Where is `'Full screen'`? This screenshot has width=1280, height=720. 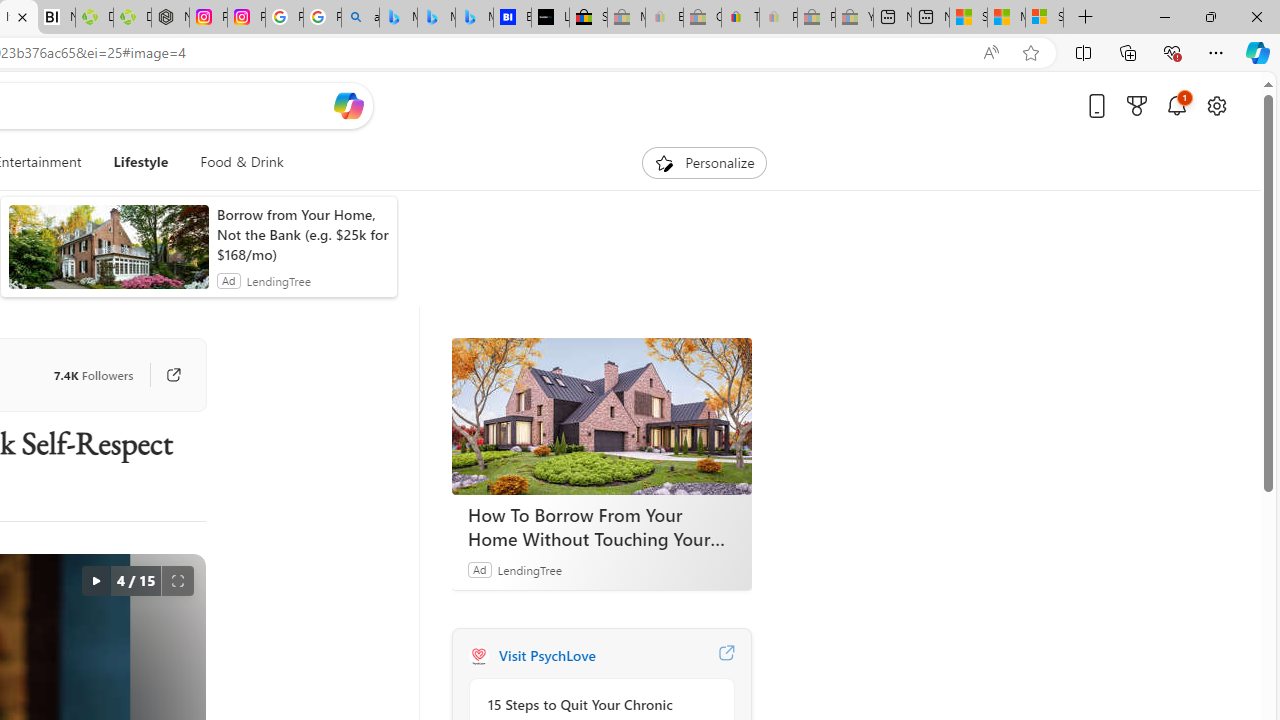 'Full screen' is located at coordinates (177, 581).